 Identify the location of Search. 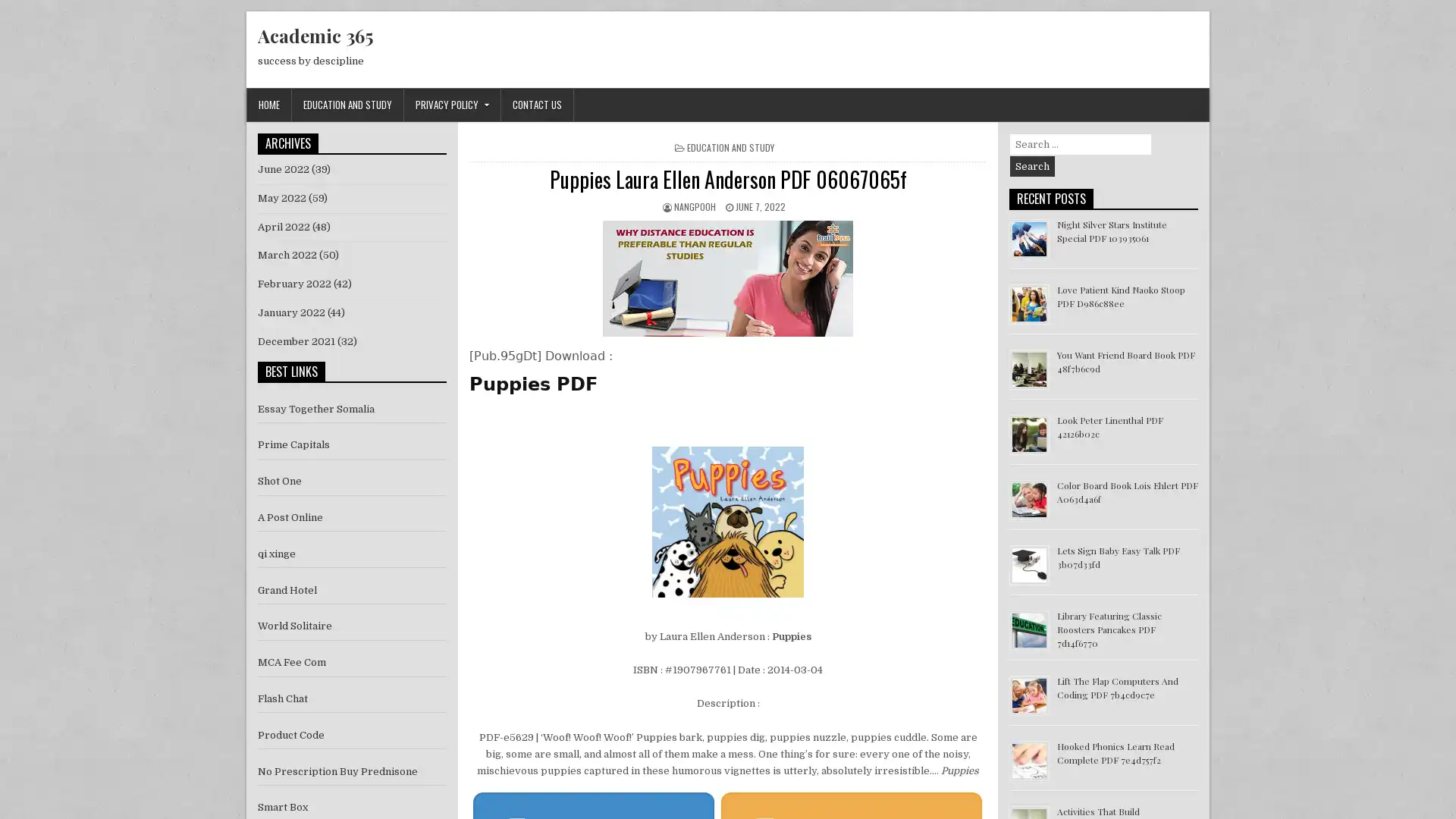
(1031, 166).